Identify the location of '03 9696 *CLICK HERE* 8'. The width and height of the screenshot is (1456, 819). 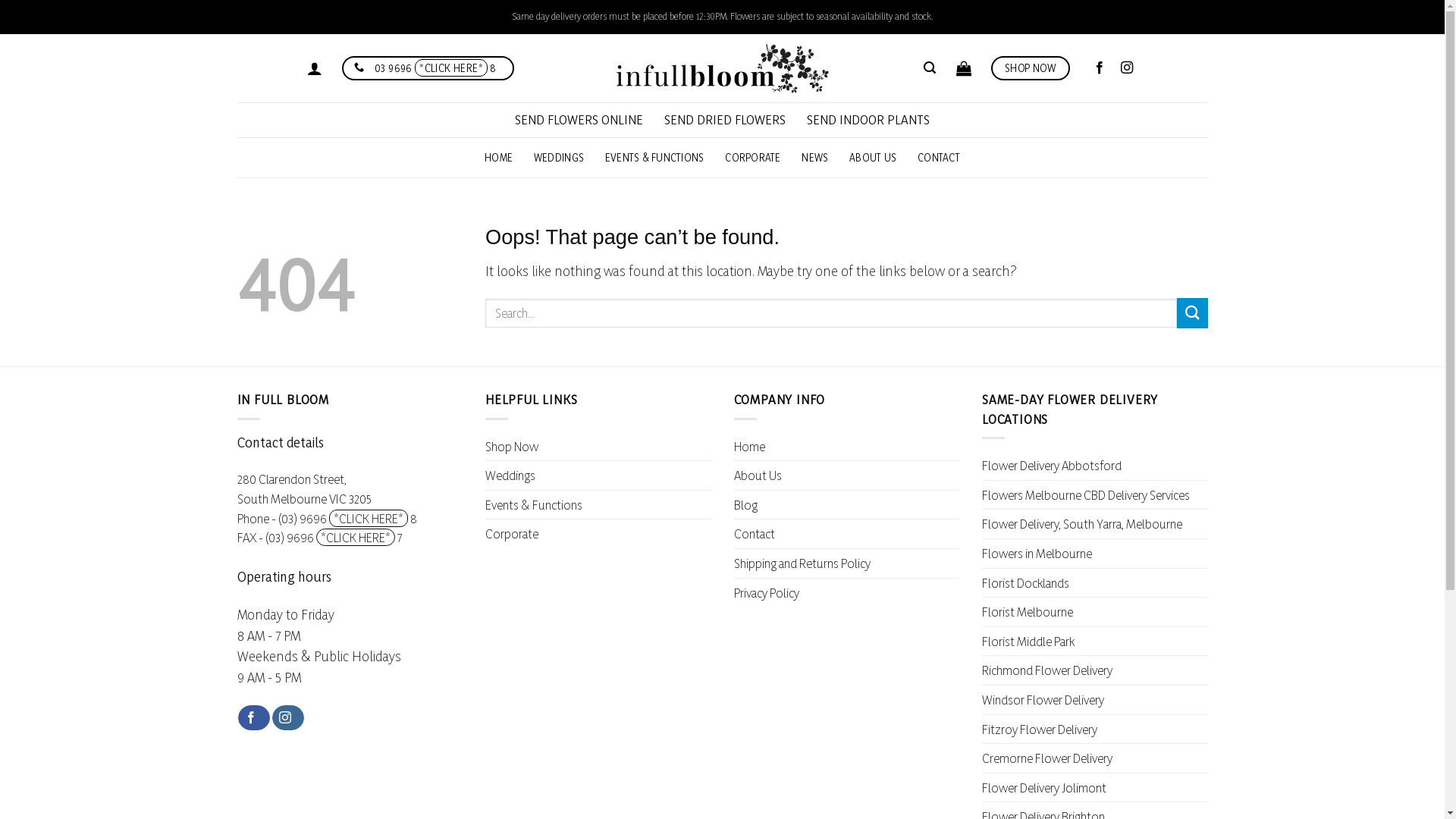
(427, 68).